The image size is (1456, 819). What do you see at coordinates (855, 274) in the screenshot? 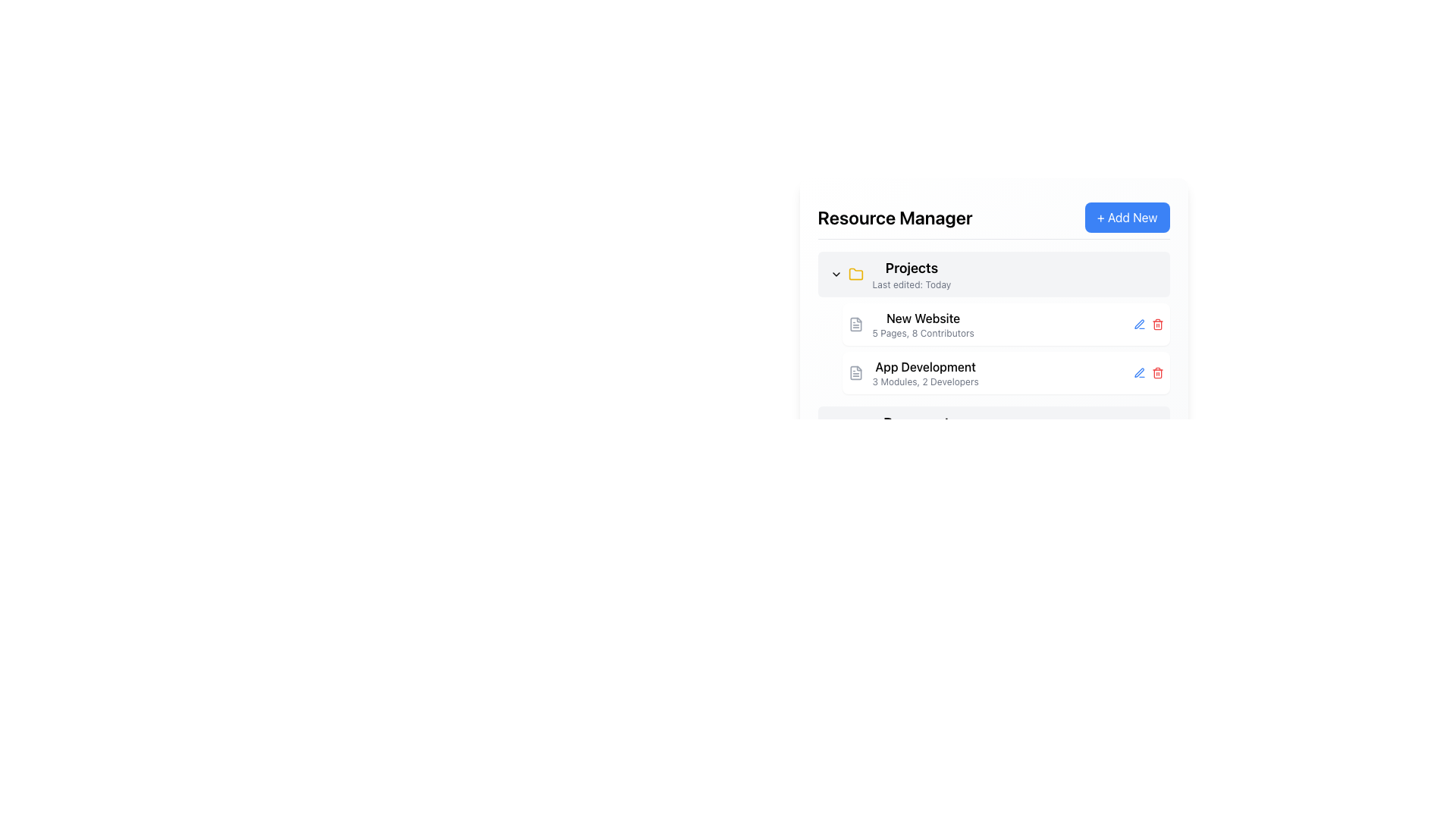
I see `the yellow folder icon with a black outline located to the left of the text 'Projects' in the 'Resource Manager' section` at bounding box center [855, 274].